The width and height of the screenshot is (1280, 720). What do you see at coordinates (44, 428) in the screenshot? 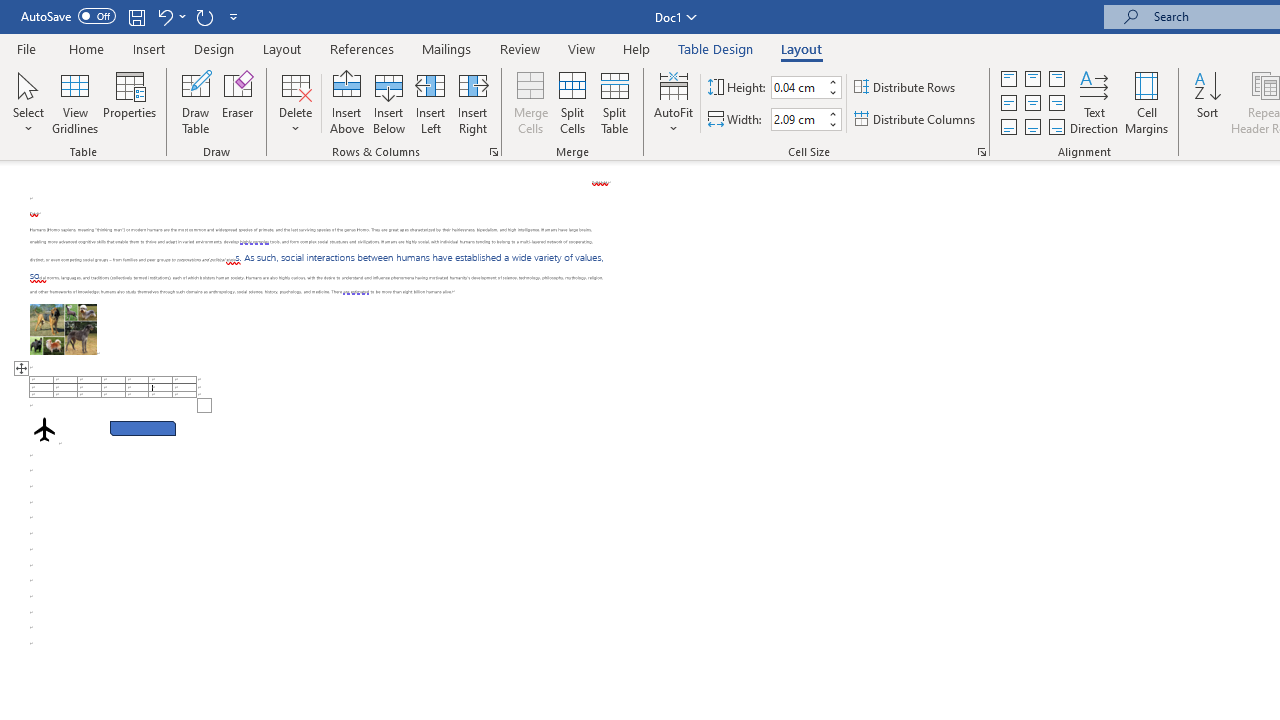
I see `'Airplane with solid fill'` at bounding box center [44, 428].